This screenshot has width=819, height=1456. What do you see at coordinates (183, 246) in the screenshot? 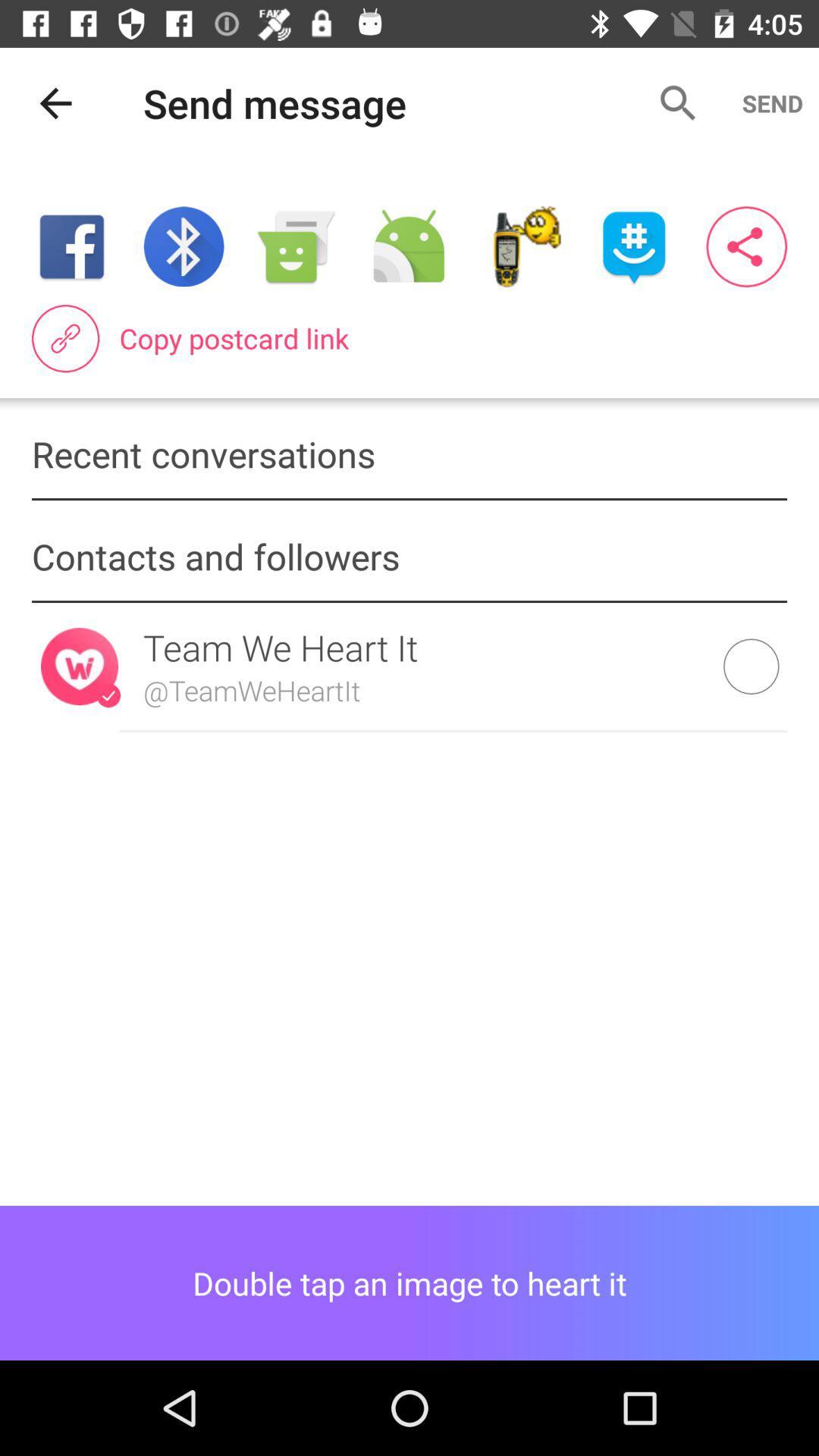
I see `bluetooth on/off` at bounding box center [183, 246].